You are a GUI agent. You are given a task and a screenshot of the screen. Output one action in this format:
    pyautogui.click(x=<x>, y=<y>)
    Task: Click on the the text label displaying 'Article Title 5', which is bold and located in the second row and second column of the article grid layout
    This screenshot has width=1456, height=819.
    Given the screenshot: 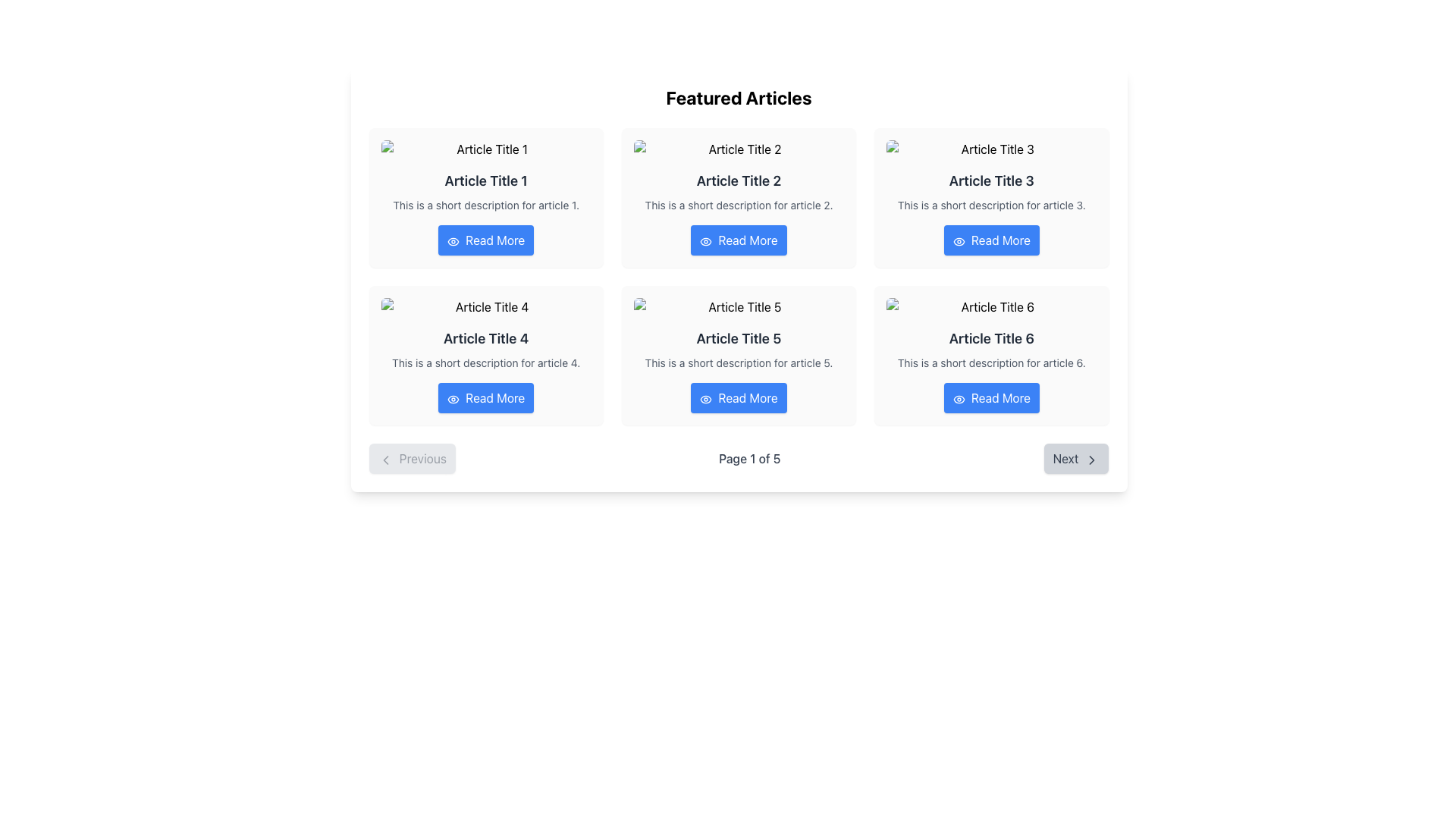 What is the action you would take?
    pyautogui.click(x=739, y=338)
    